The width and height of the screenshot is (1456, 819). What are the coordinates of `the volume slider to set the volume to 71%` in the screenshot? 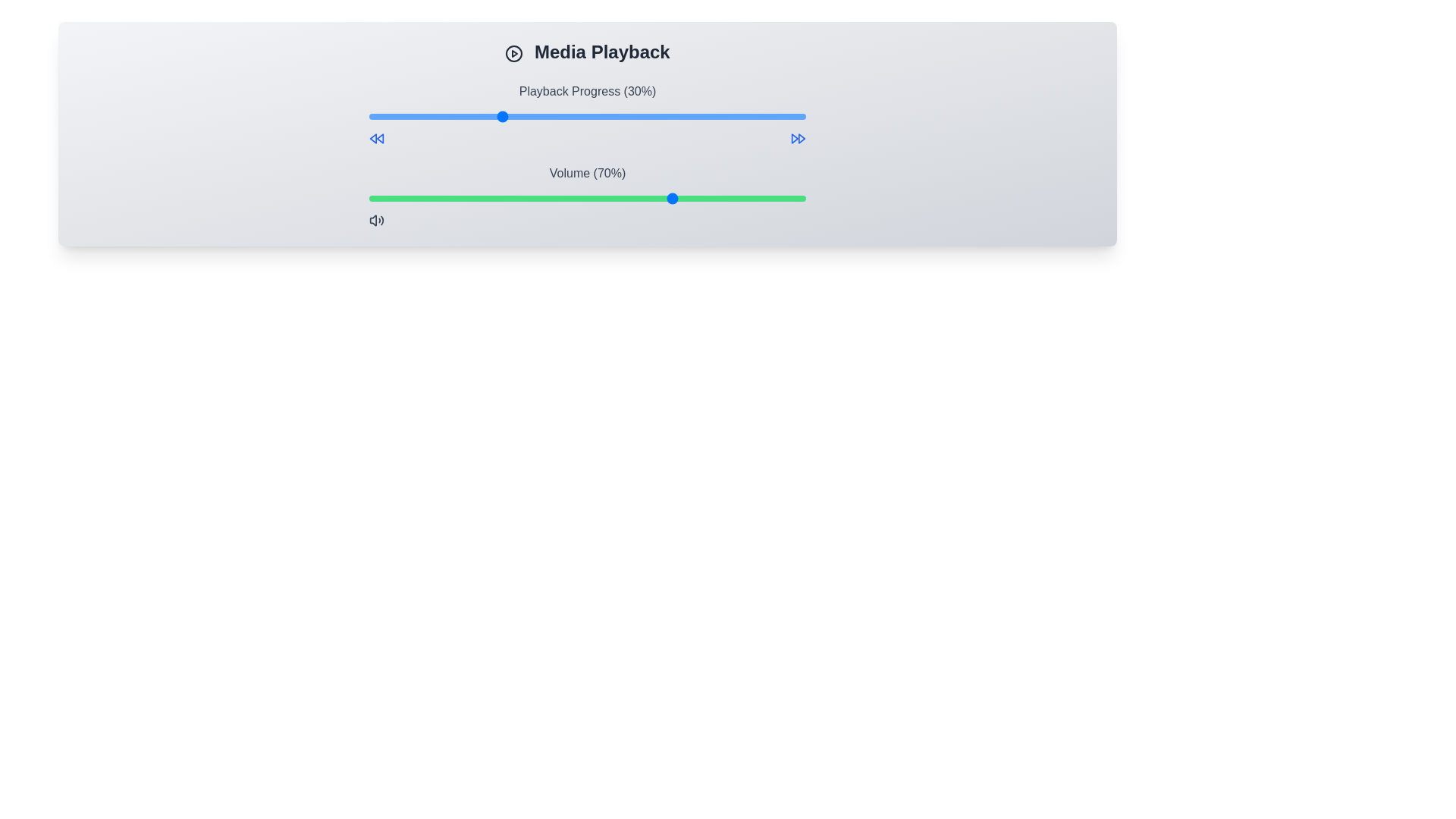 It's located at (678, 198).